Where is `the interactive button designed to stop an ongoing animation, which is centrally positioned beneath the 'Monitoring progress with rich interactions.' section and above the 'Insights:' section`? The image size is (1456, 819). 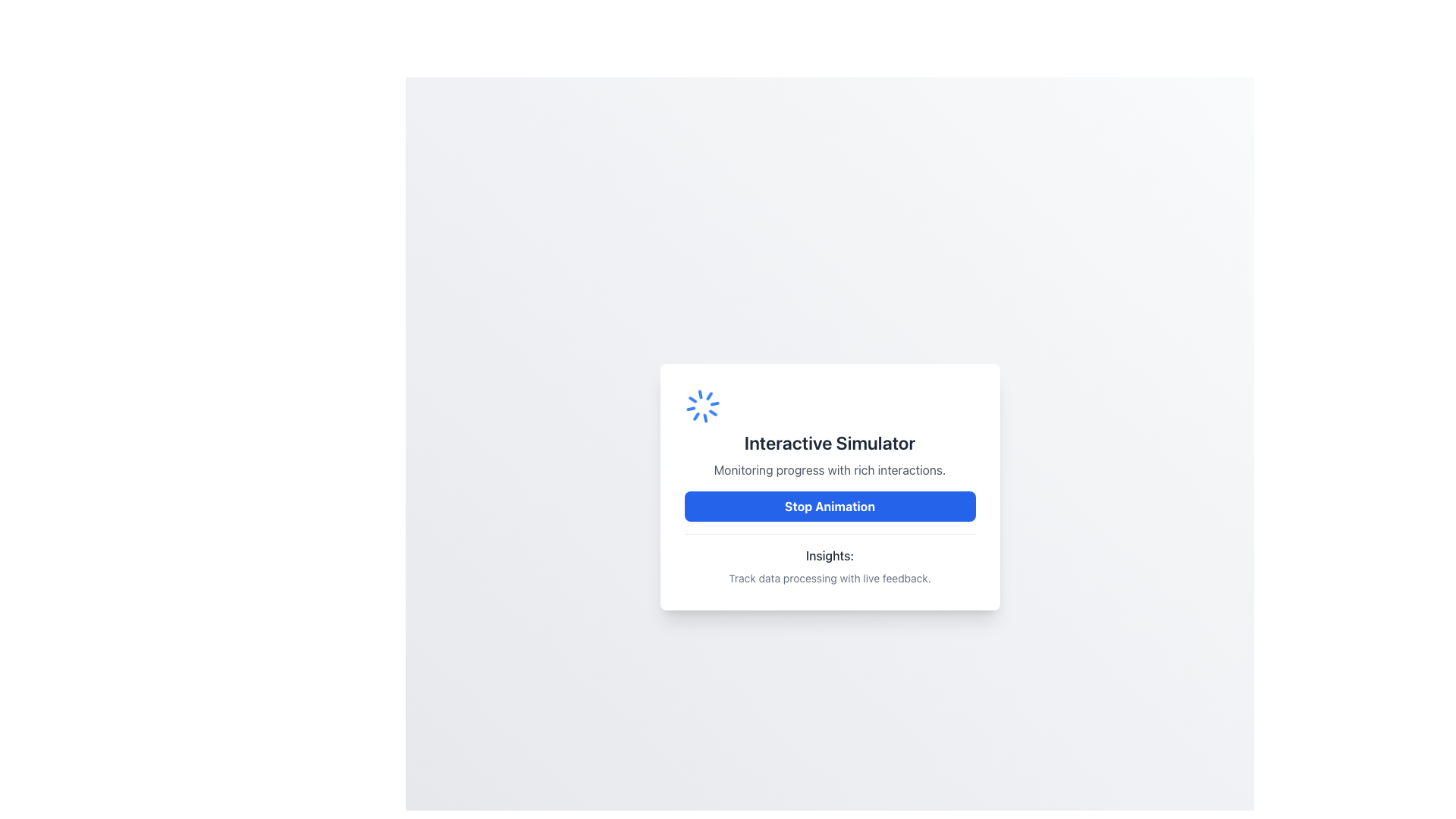 the interactive button designed to stop an ongoing animation, which is centrally positioned beneath the 'Monitoring progress with rich interactions.' section and above the 'Insights:' section is located at coordinates (829, 506).